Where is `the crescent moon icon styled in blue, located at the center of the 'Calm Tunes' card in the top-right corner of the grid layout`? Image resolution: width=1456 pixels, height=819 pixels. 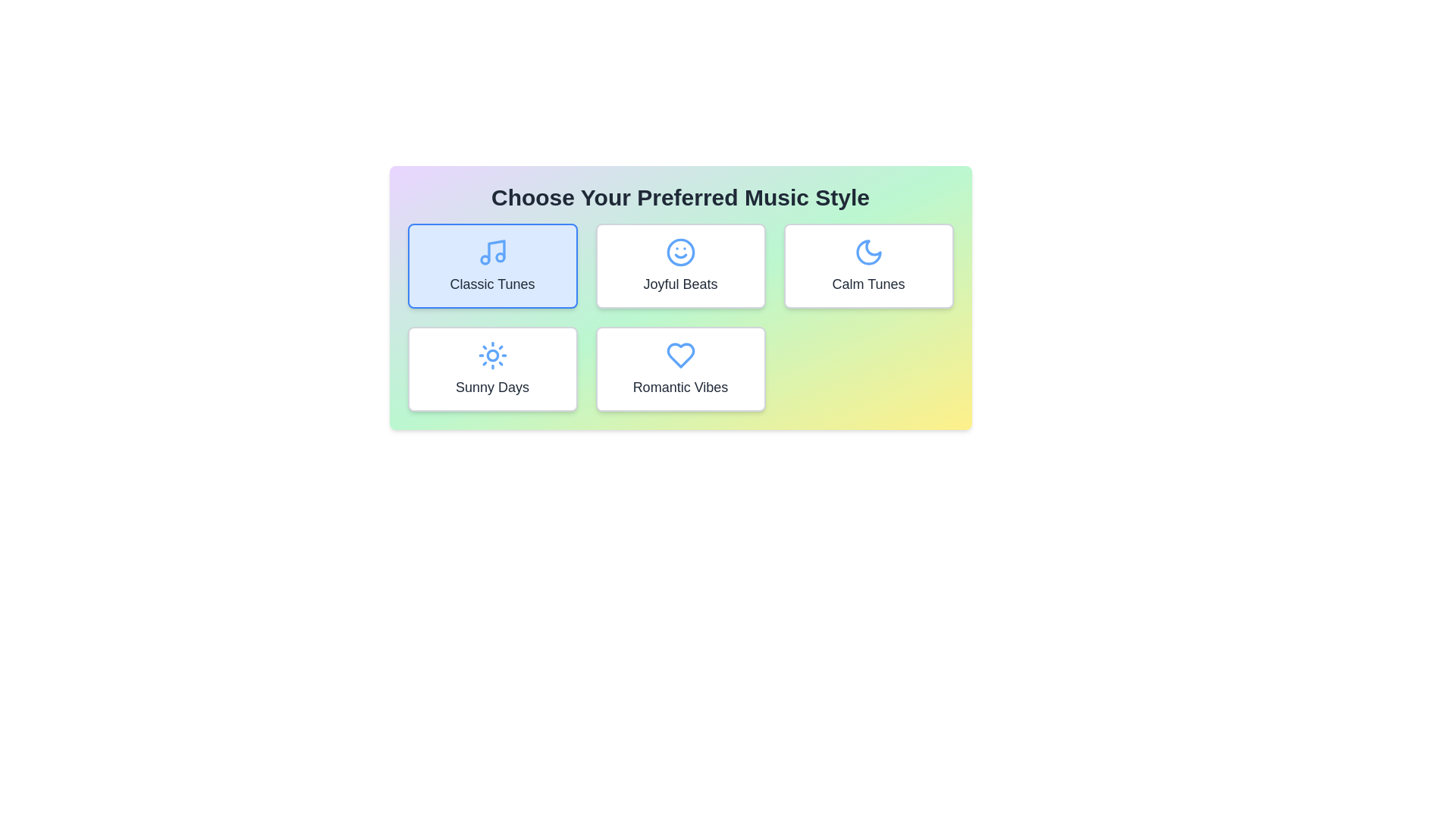
the crescent moon icon styled in blue, located at the center of the 'Calm Tunes' card in the top-right corner of the grid layout is located at coordinates (868, 251).